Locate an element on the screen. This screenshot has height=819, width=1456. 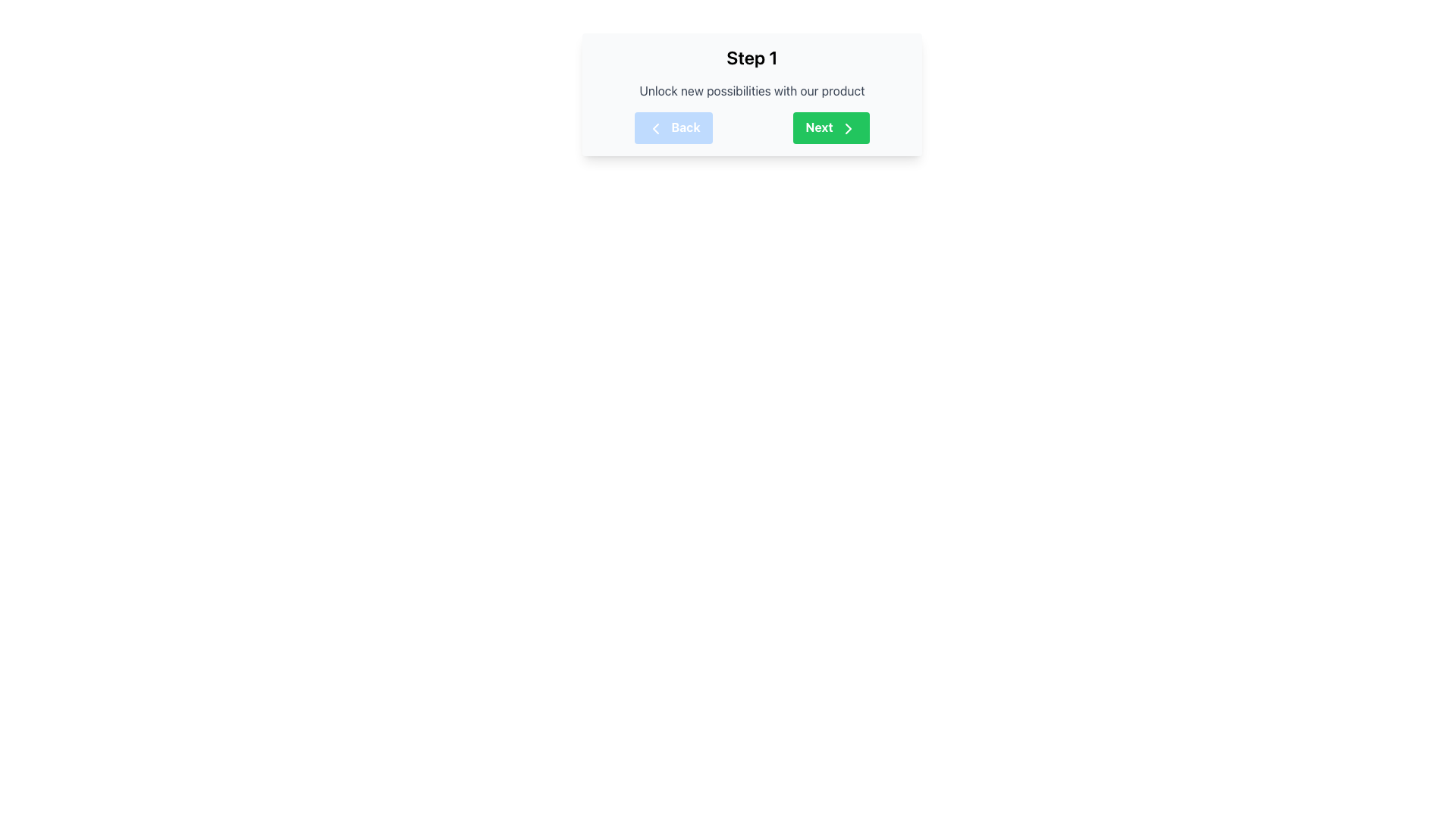
the 'Next' button located on the right side of the horizontally-aligned pair of buttons to proceed to the next step or page is located at coordinates (830, 127).